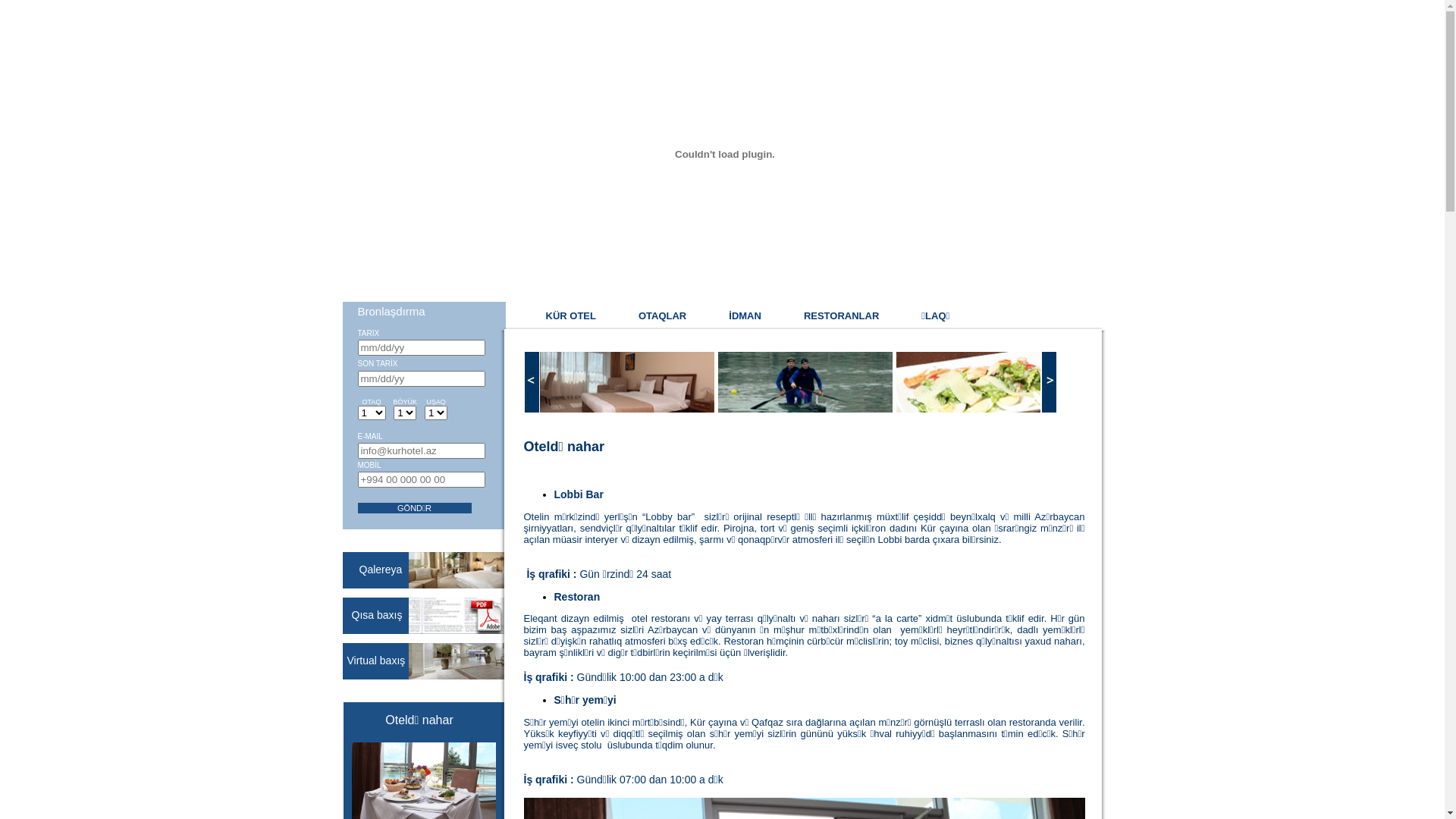 This screenshot has height=819, width=1456. Describe the element at coordinates (840, 315) in the screenshot. I see `'RESTORANLAR'` at that location.